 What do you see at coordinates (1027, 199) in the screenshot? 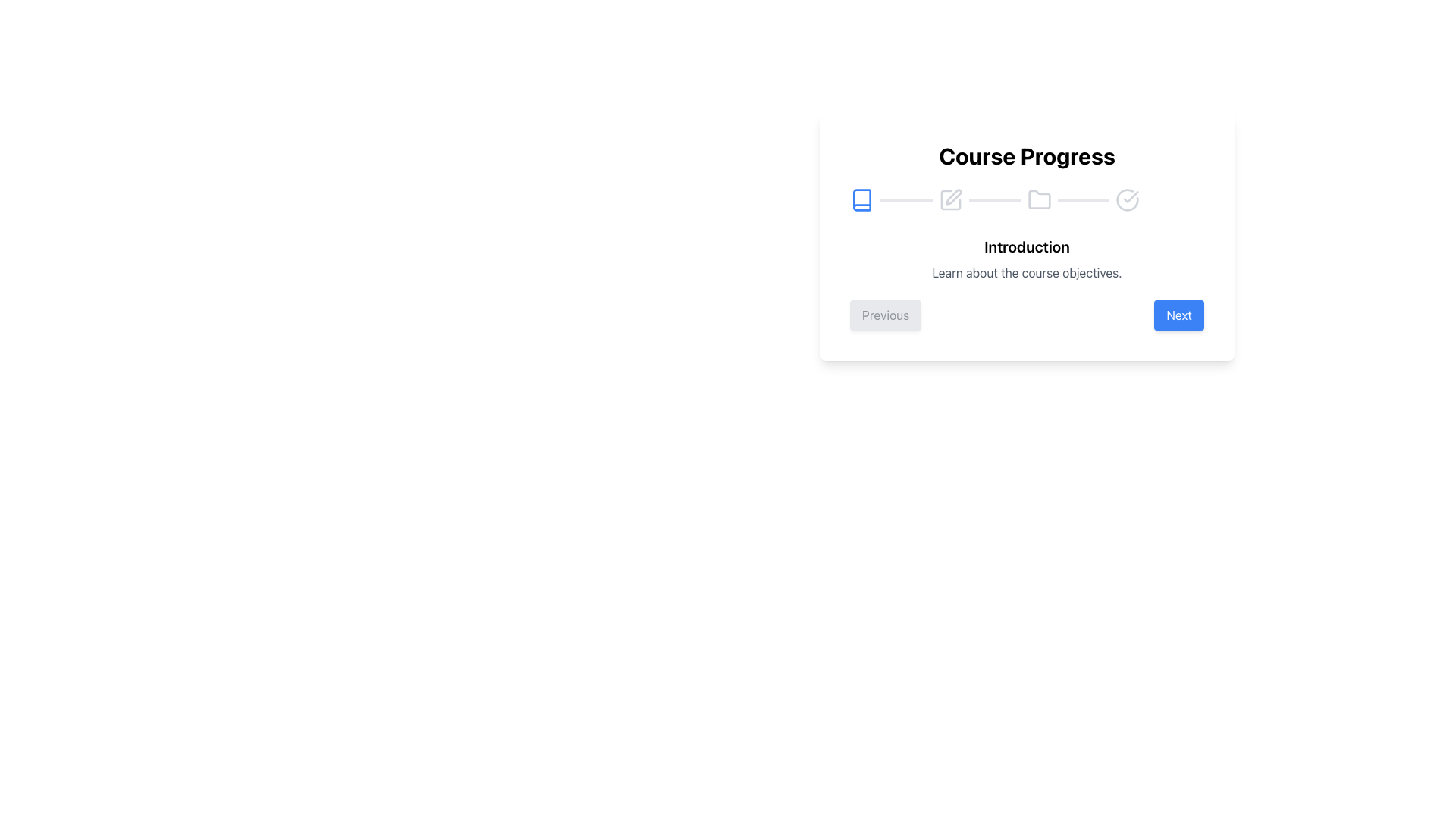
I see `the Progress bar with icons located within the 'Course Progress' card, which visually represents the steps in a progression` at bounding box center [1027, 199].